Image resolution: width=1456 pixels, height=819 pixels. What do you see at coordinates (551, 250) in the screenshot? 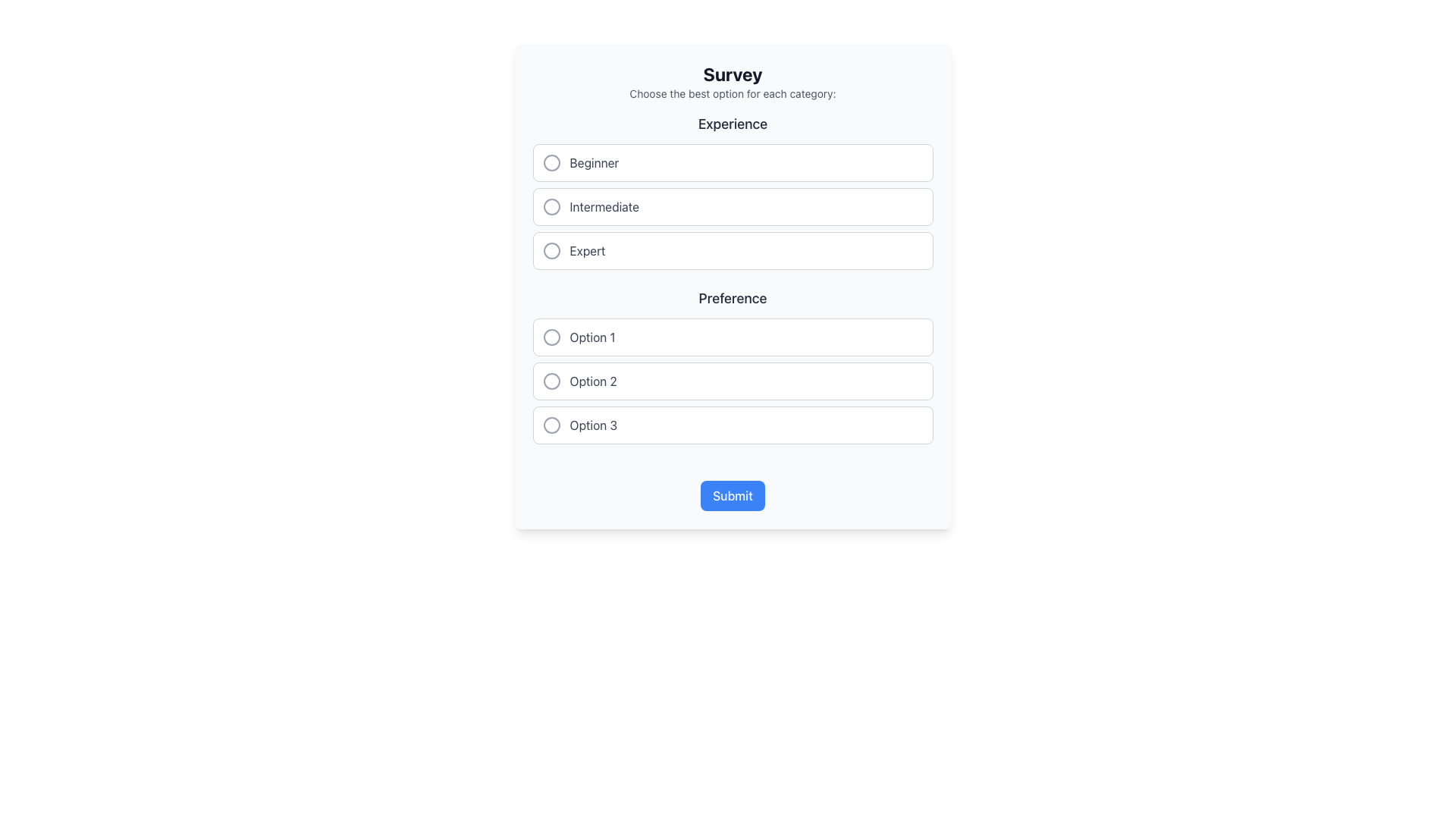
I see `the third radio button labeled 'Expert' in the 'Experience' options section of the survey form` at bounding box center [551, 250].